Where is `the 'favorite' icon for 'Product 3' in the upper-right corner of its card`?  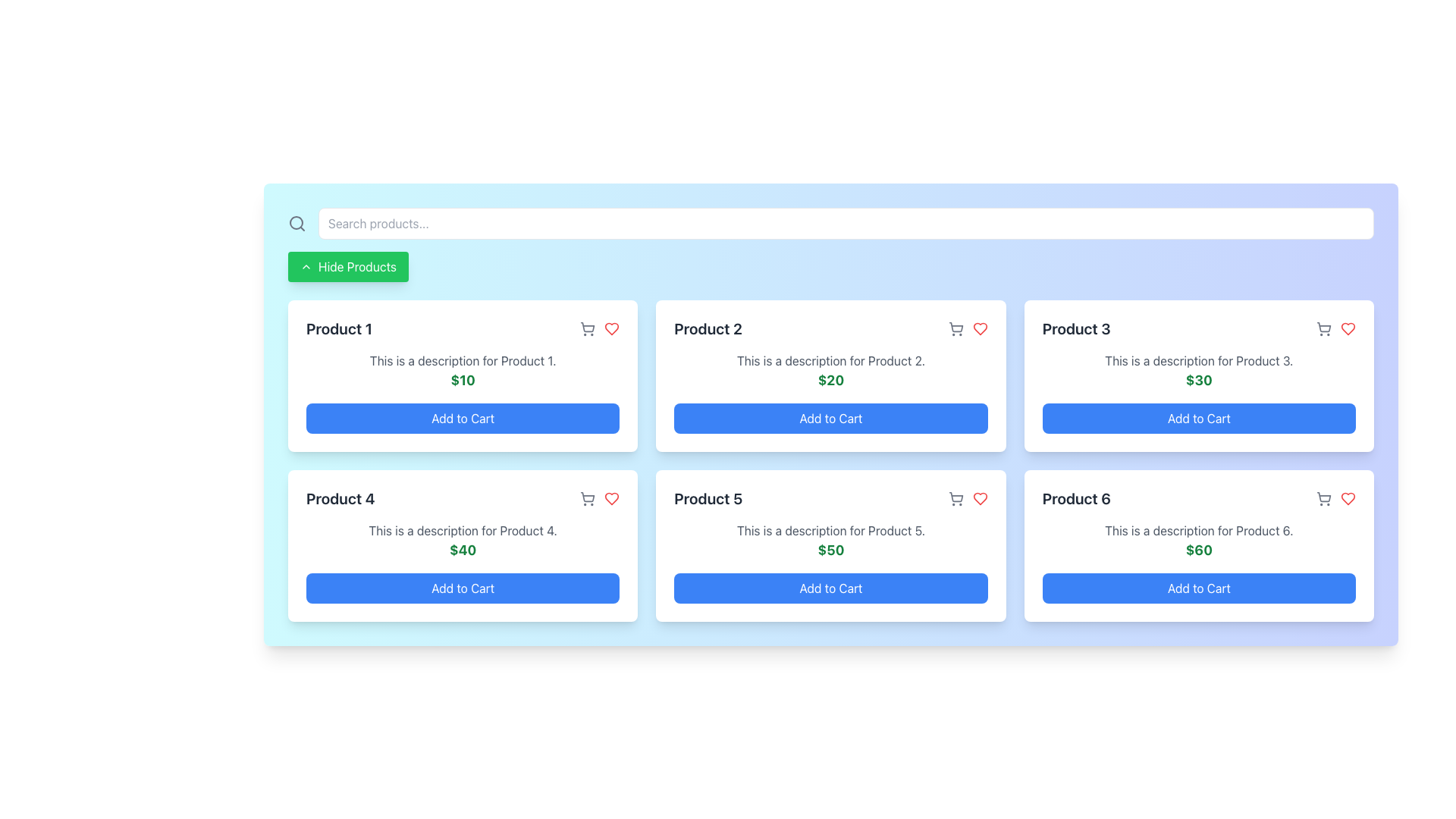 the 'favorite' icon for 'Product 3' in the upper-right corner of its card is located at coordinates (1348, 328).